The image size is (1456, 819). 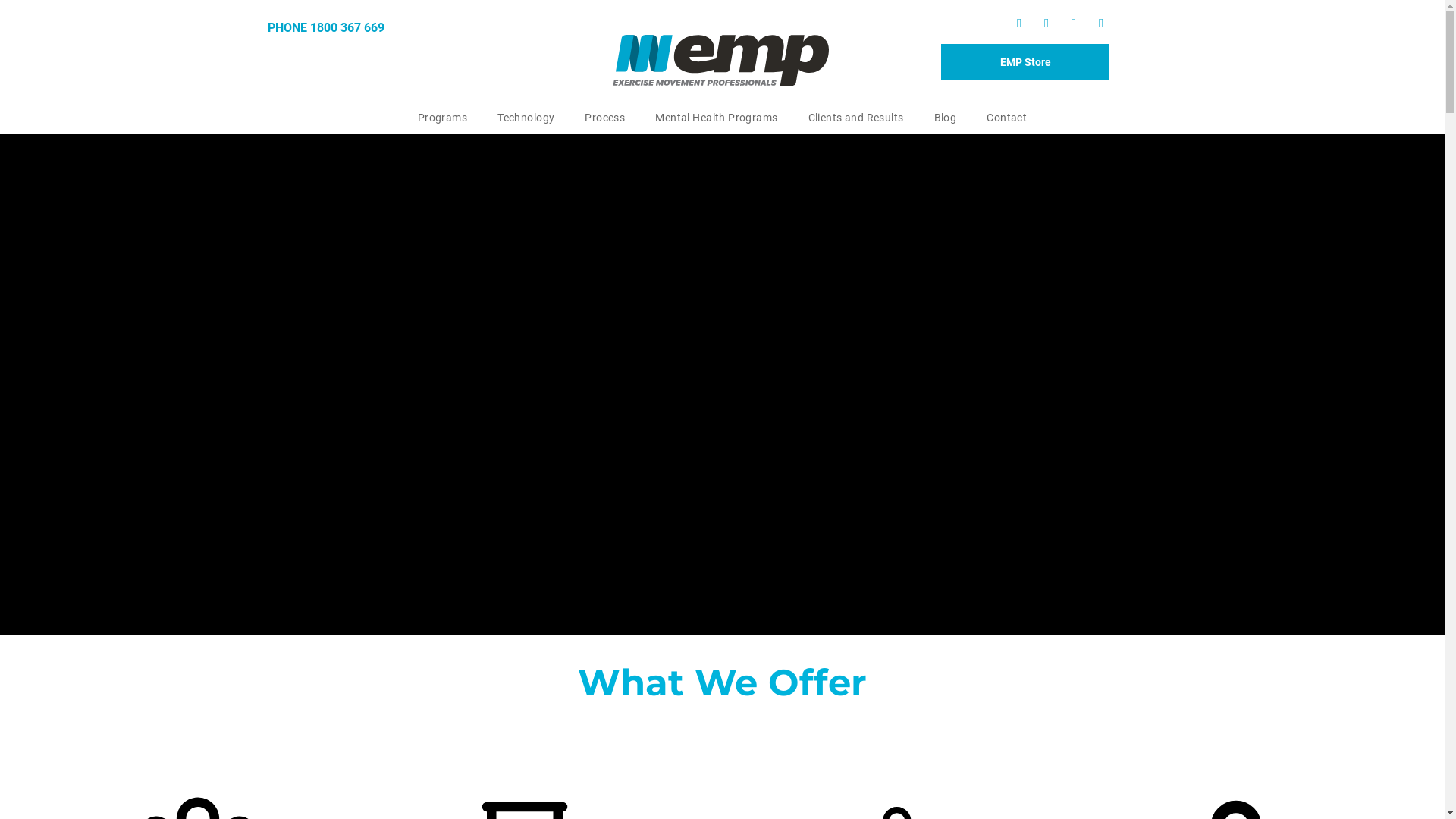 What do you see at coordinates (792, 117) in the screenshot?
I see `'Clients and Results'` at bounding box center [792, 117].